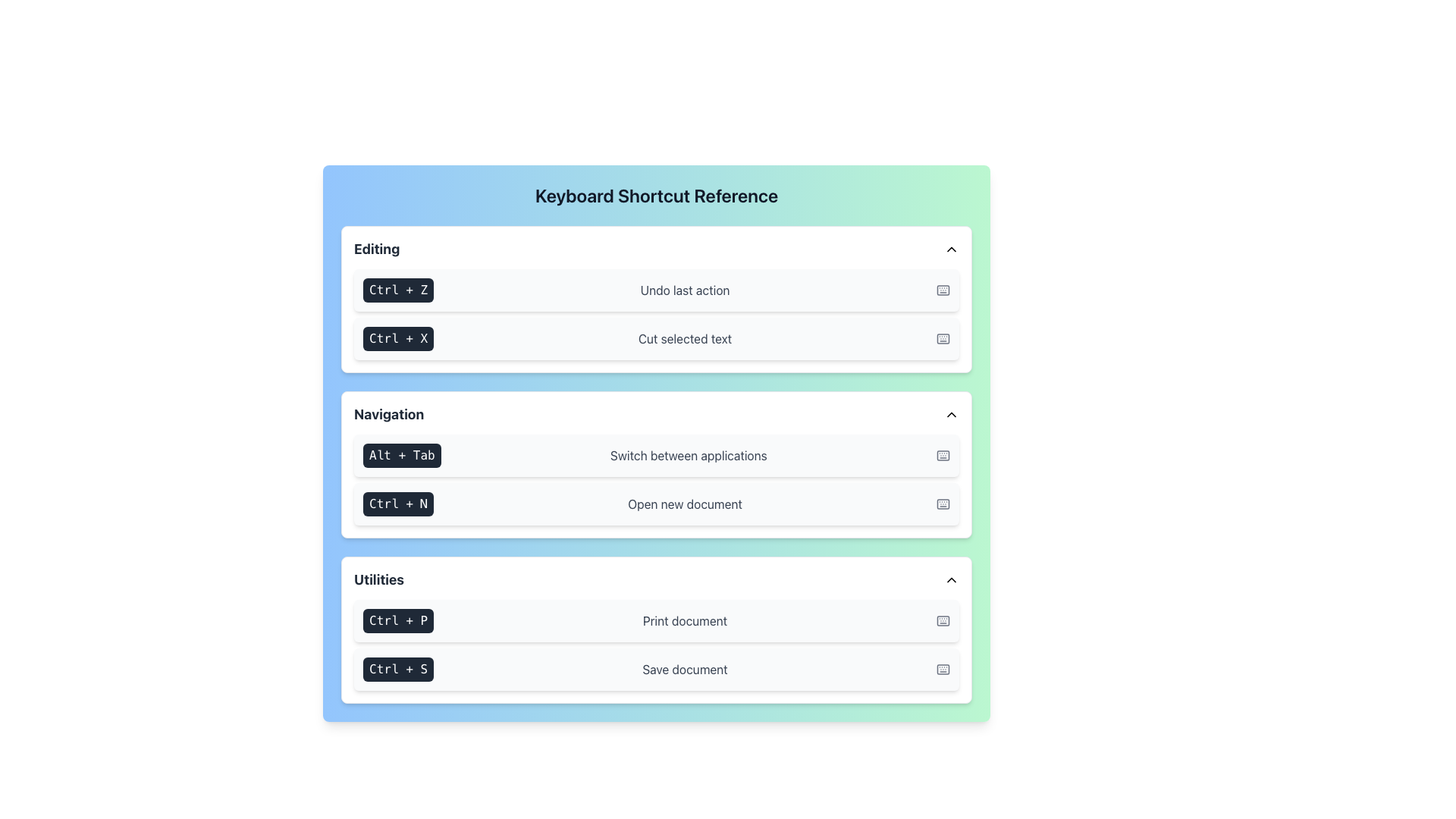  I want to click on the 'Print document' text label located in the 'Utilities' section of the interface, so click(684, 620).